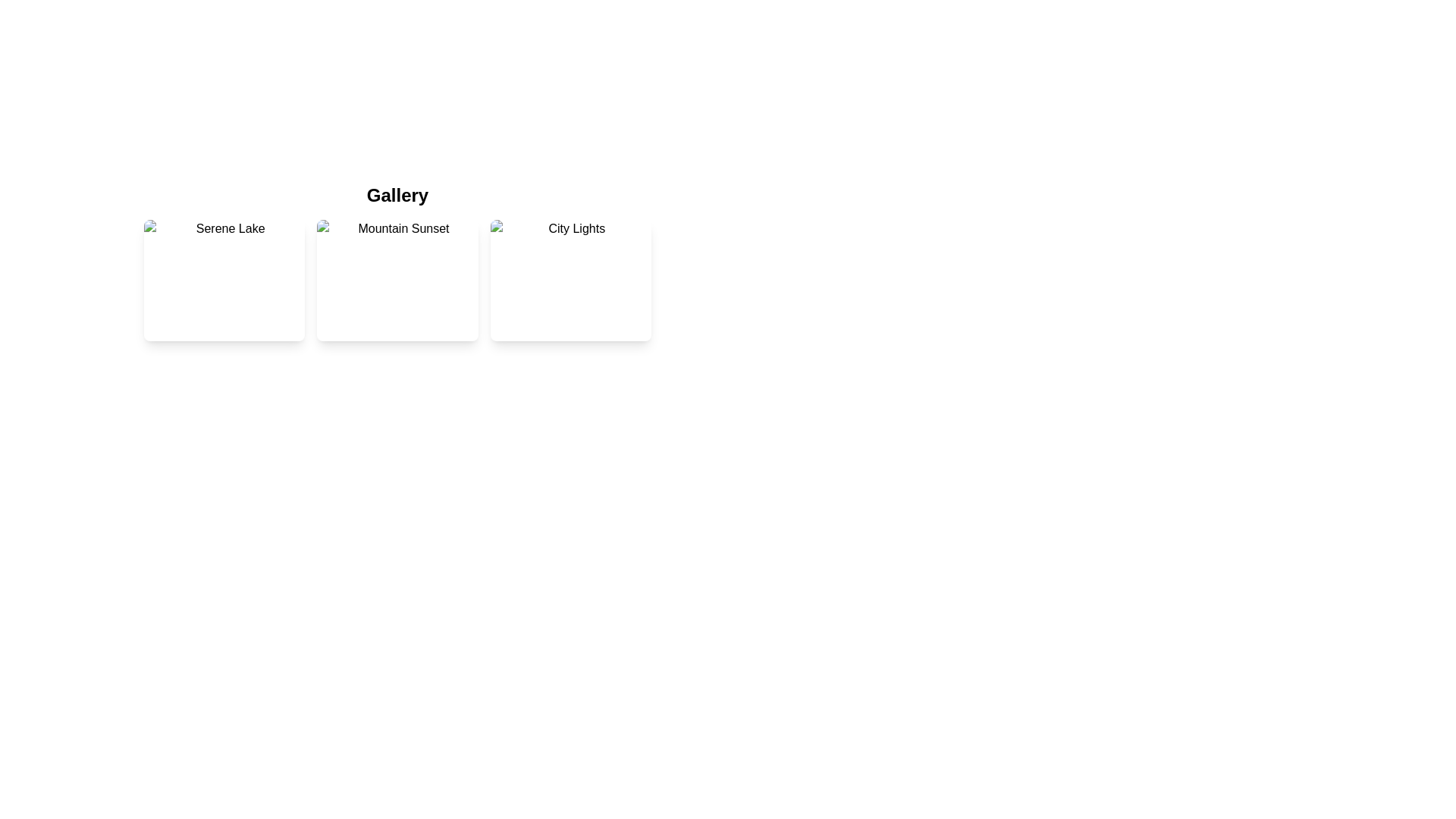 The width and height of the screenshot is (1456, 819). I want to click on the circular zoom-in button with a magnifying glass and plus sign, located at the bottom-center of the 'City Lights' card, so click(570, 281).